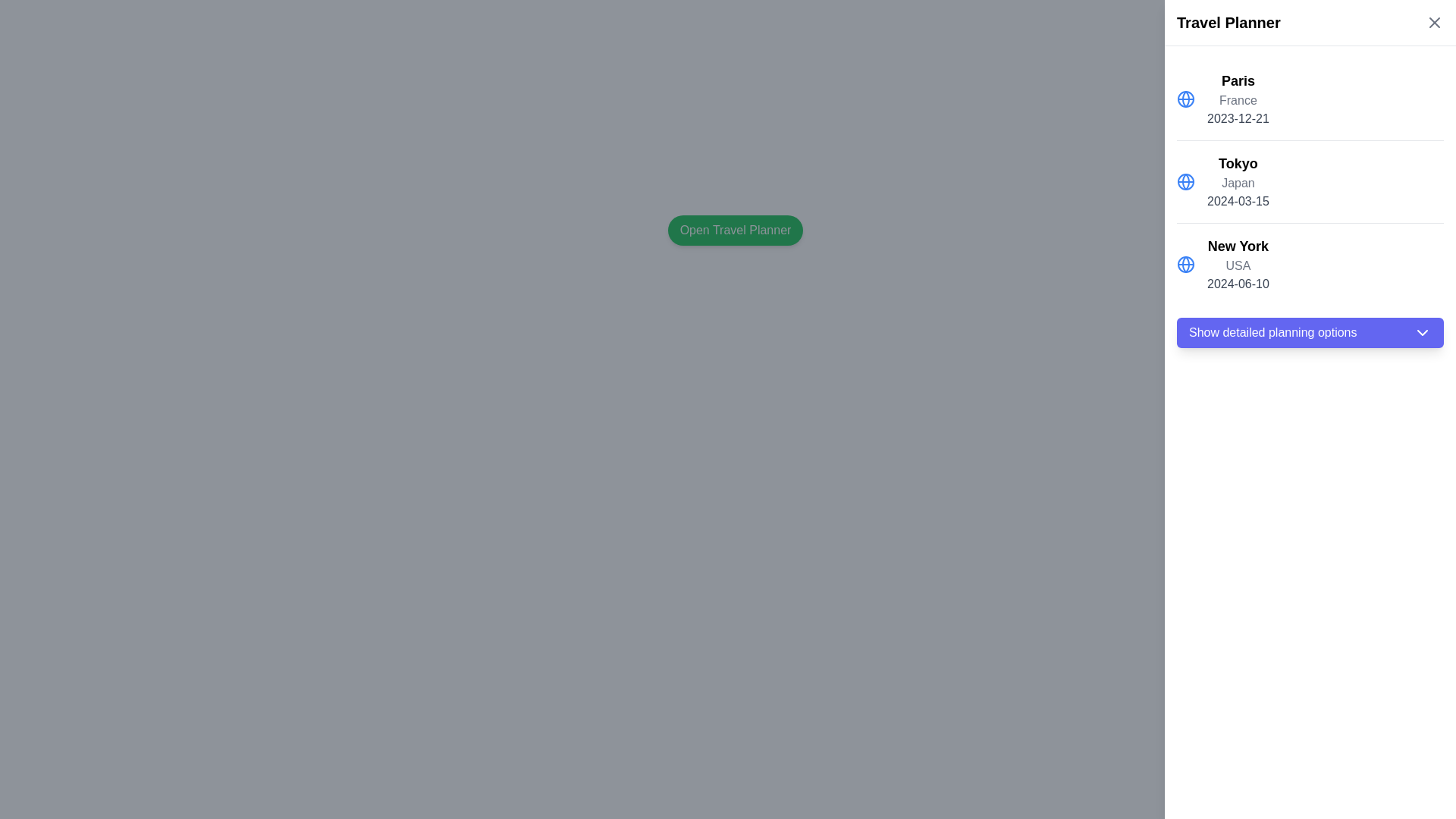 This screenshot has height=819, width=1456. What do you see at coordinates (1238, 265) in the screenshot?
I see `text label that identifies the country of the associated city, located between the bold 'New York' text and the gray '2024-06-10' text` at bounding box center [1238, 265].